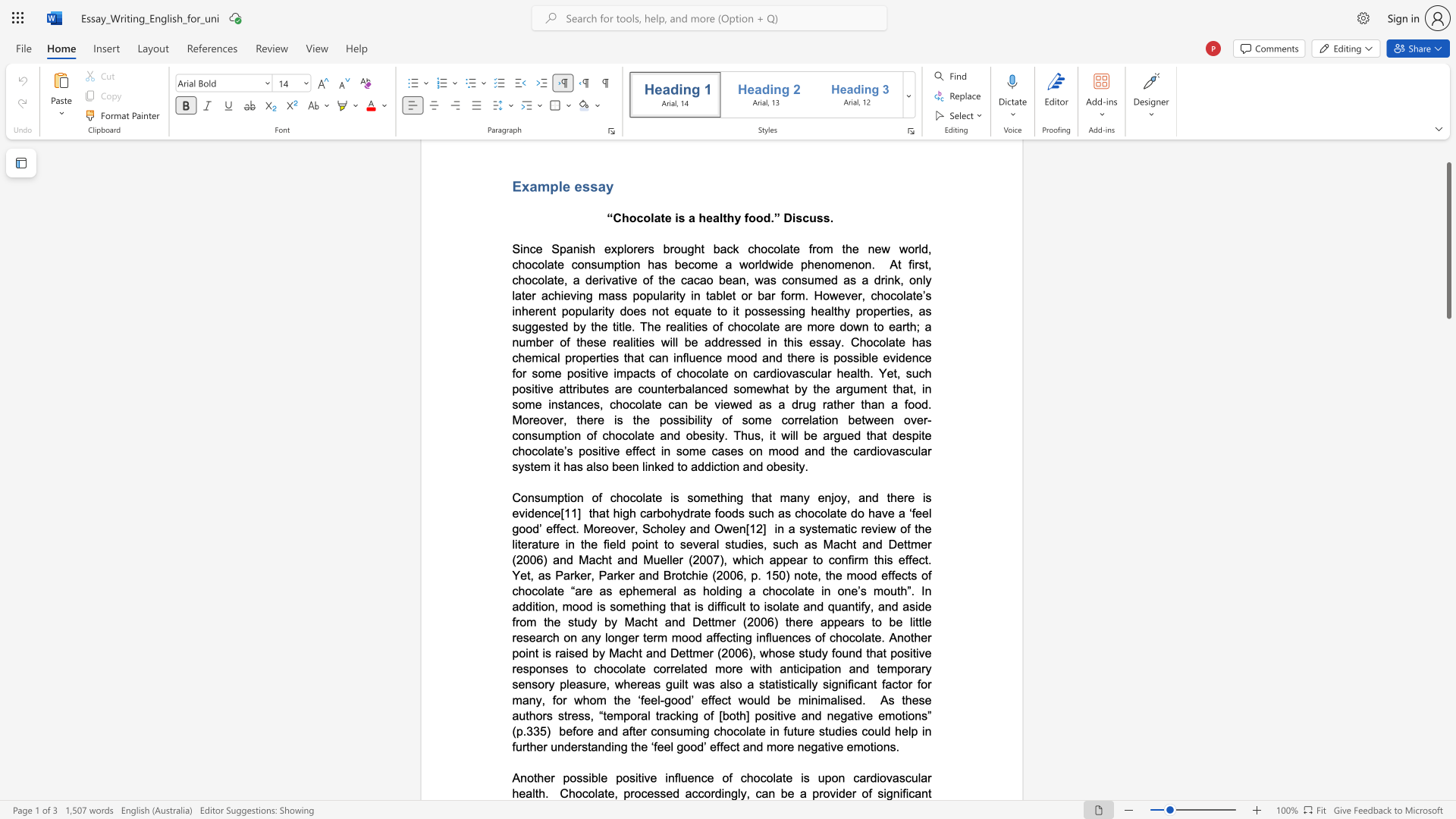 This screenshot has height=819, width=1456. I want to click on the scrollbar and move down 340 pixels, so click(1448, 240).